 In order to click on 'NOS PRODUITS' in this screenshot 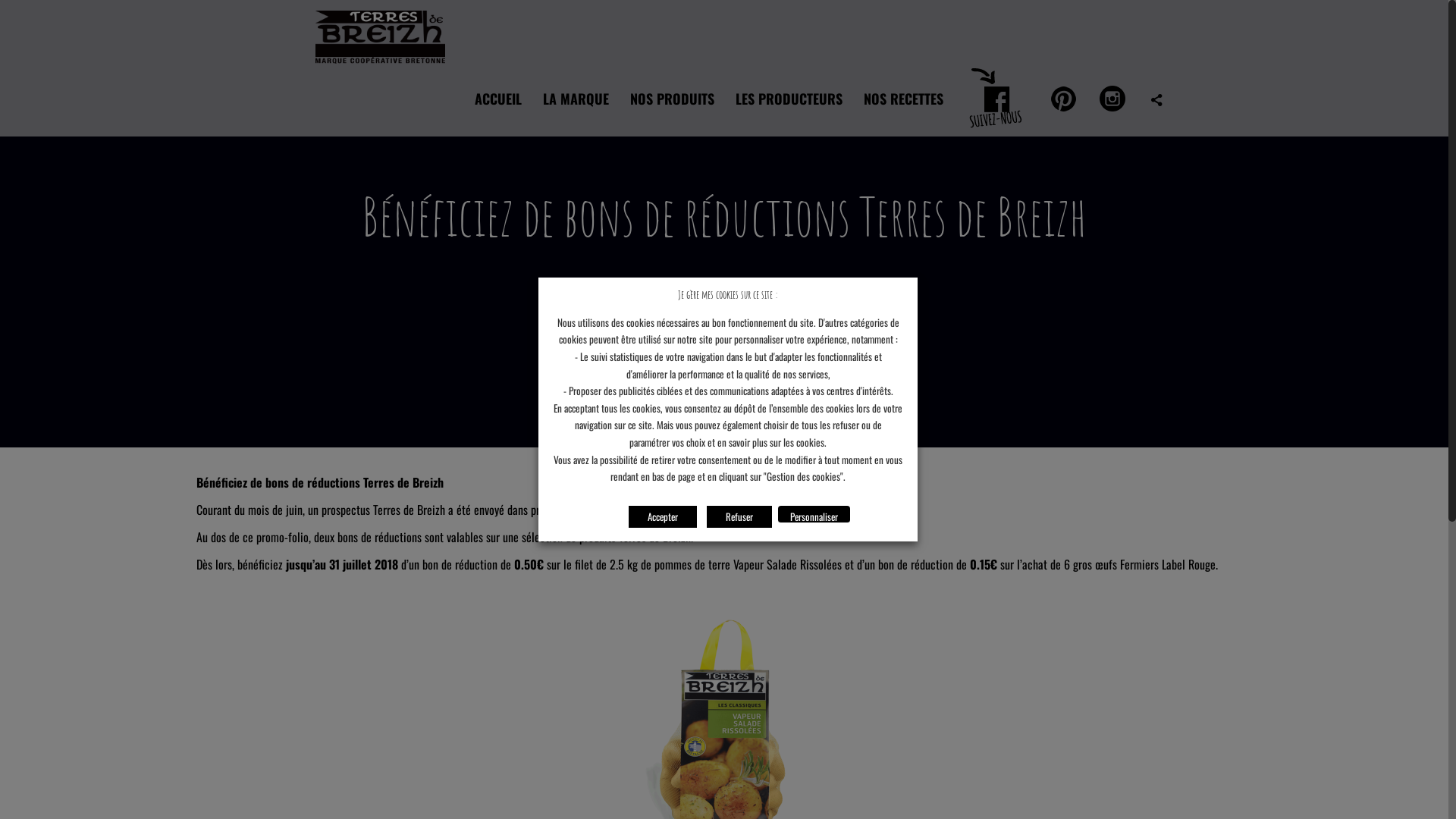, I will do `click(671, 99)`.